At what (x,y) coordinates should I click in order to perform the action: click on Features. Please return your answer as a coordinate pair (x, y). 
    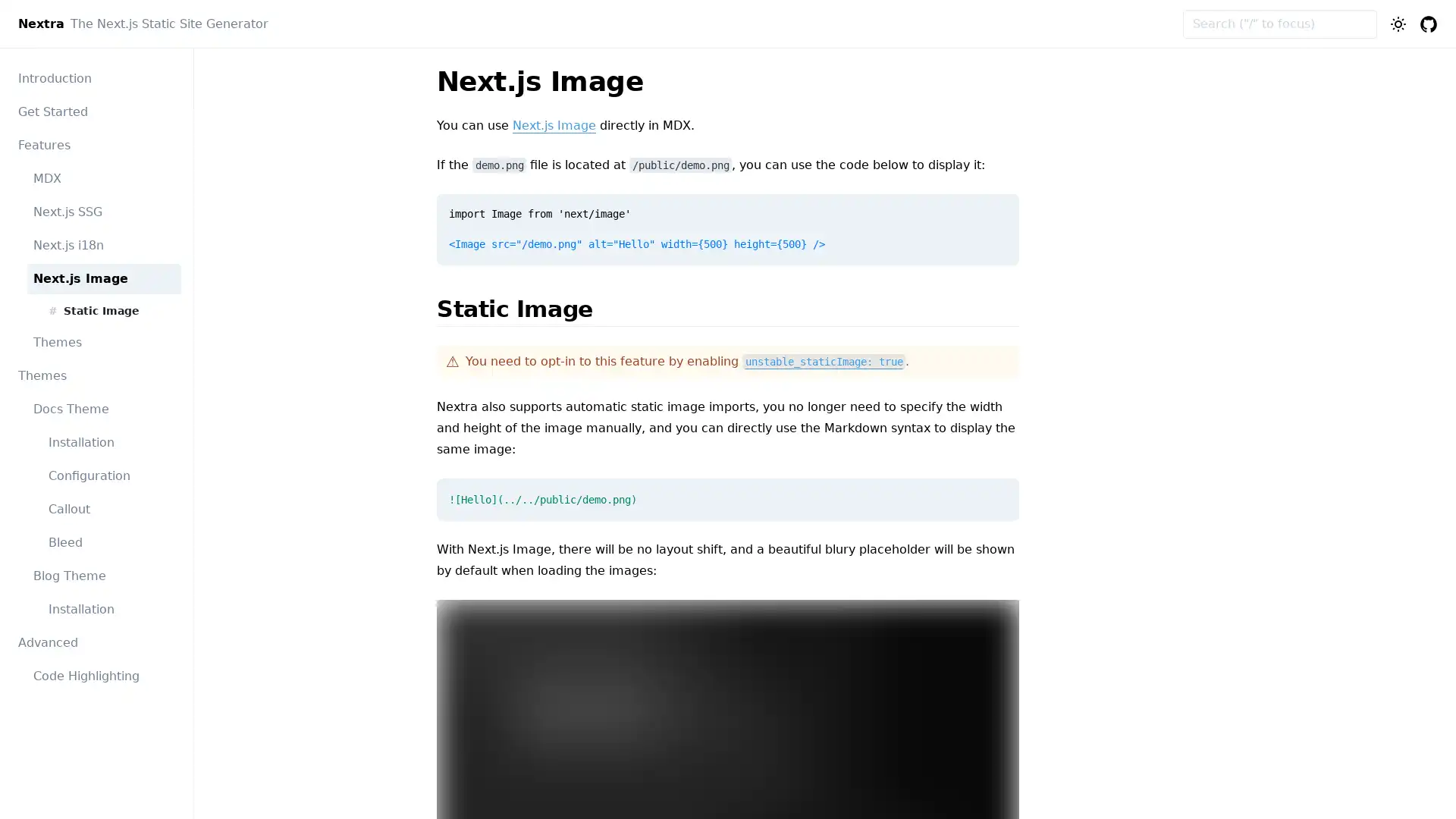
    Looking at the image, I should click on (96, 146).